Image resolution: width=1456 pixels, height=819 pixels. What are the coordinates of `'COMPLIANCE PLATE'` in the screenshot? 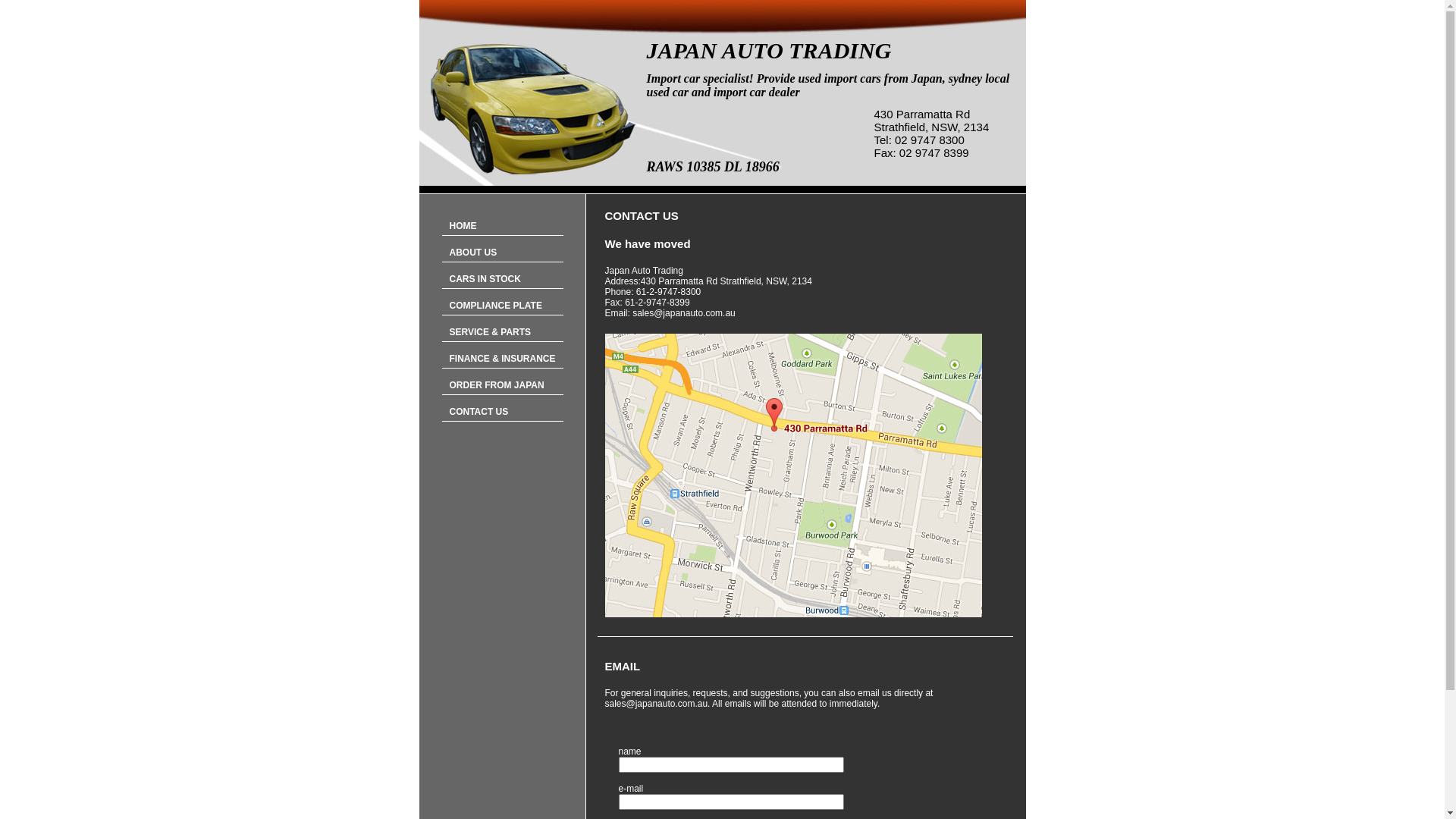 It's located at (502, 306).